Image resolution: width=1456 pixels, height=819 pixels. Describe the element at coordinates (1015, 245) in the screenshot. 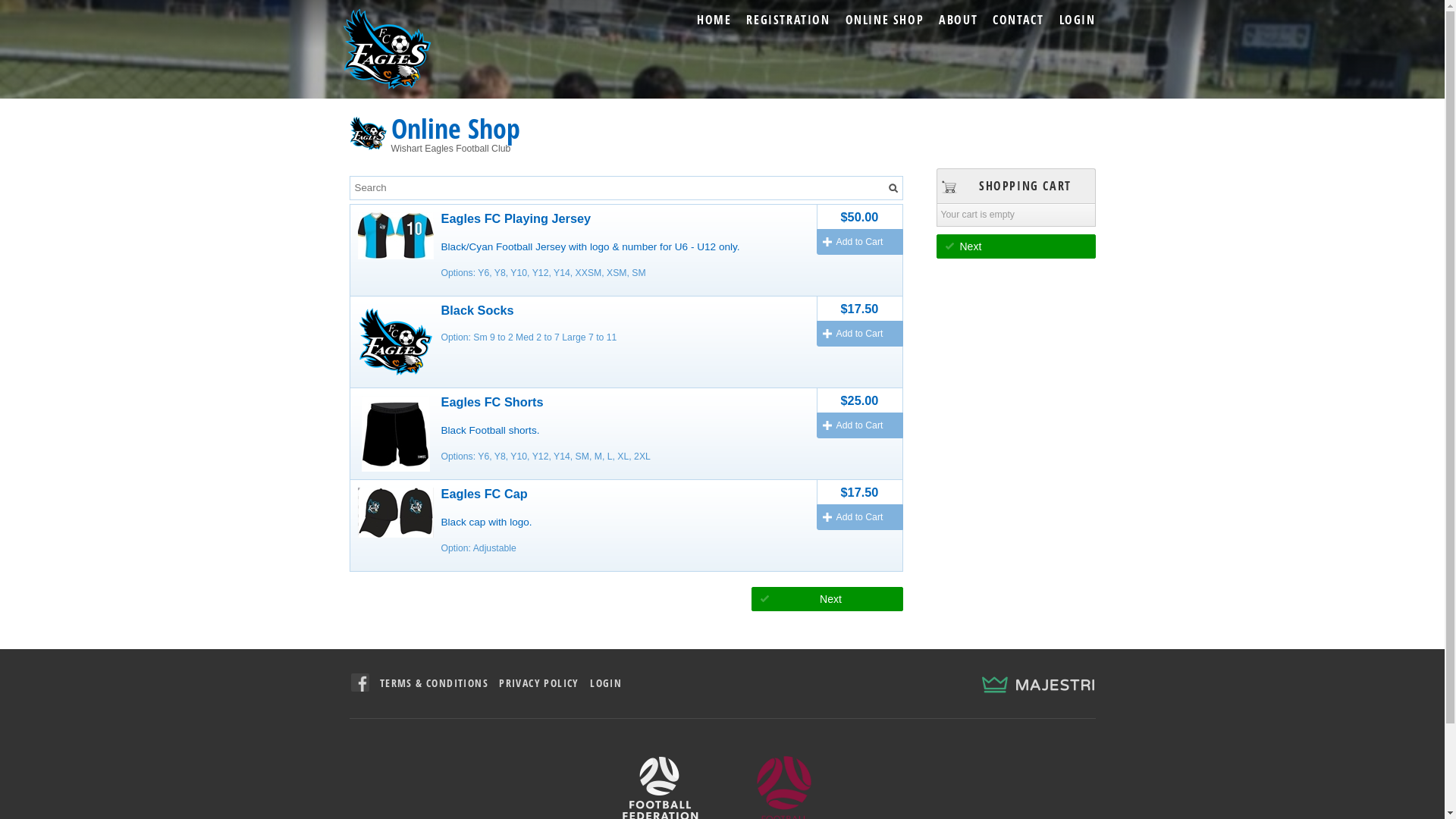

I see `'Next'` at that location.